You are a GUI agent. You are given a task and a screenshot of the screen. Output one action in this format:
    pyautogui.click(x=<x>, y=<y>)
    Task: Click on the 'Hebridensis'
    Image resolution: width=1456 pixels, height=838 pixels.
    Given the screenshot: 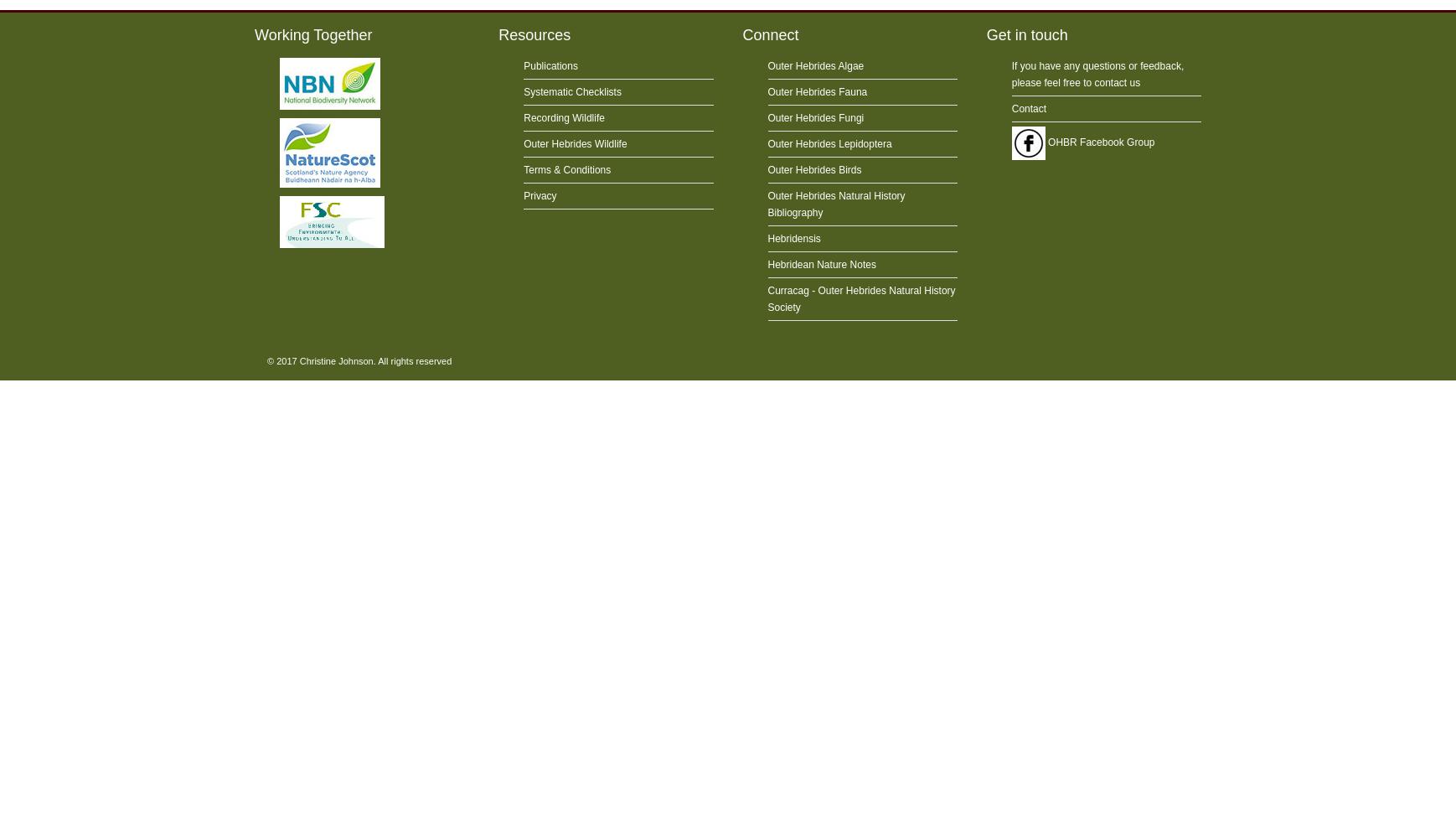 What is the action you would take?
    pyautogui.click(x=793, y=239)
    